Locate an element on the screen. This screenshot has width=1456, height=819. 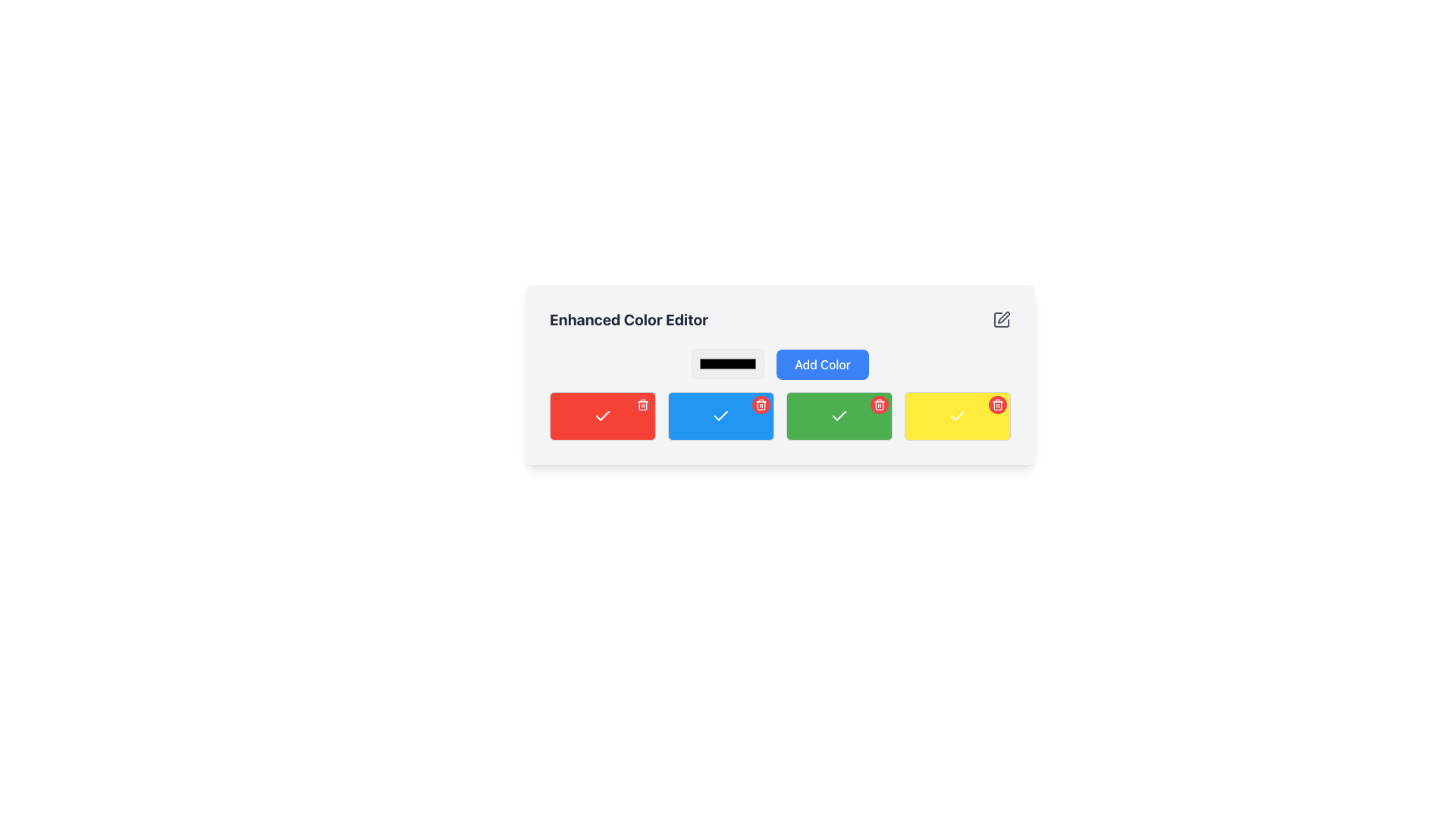
the red circular delete button with a trash bin icon located at the top-right corner of the yellow rectangular section is located at coordinates (997, 403).